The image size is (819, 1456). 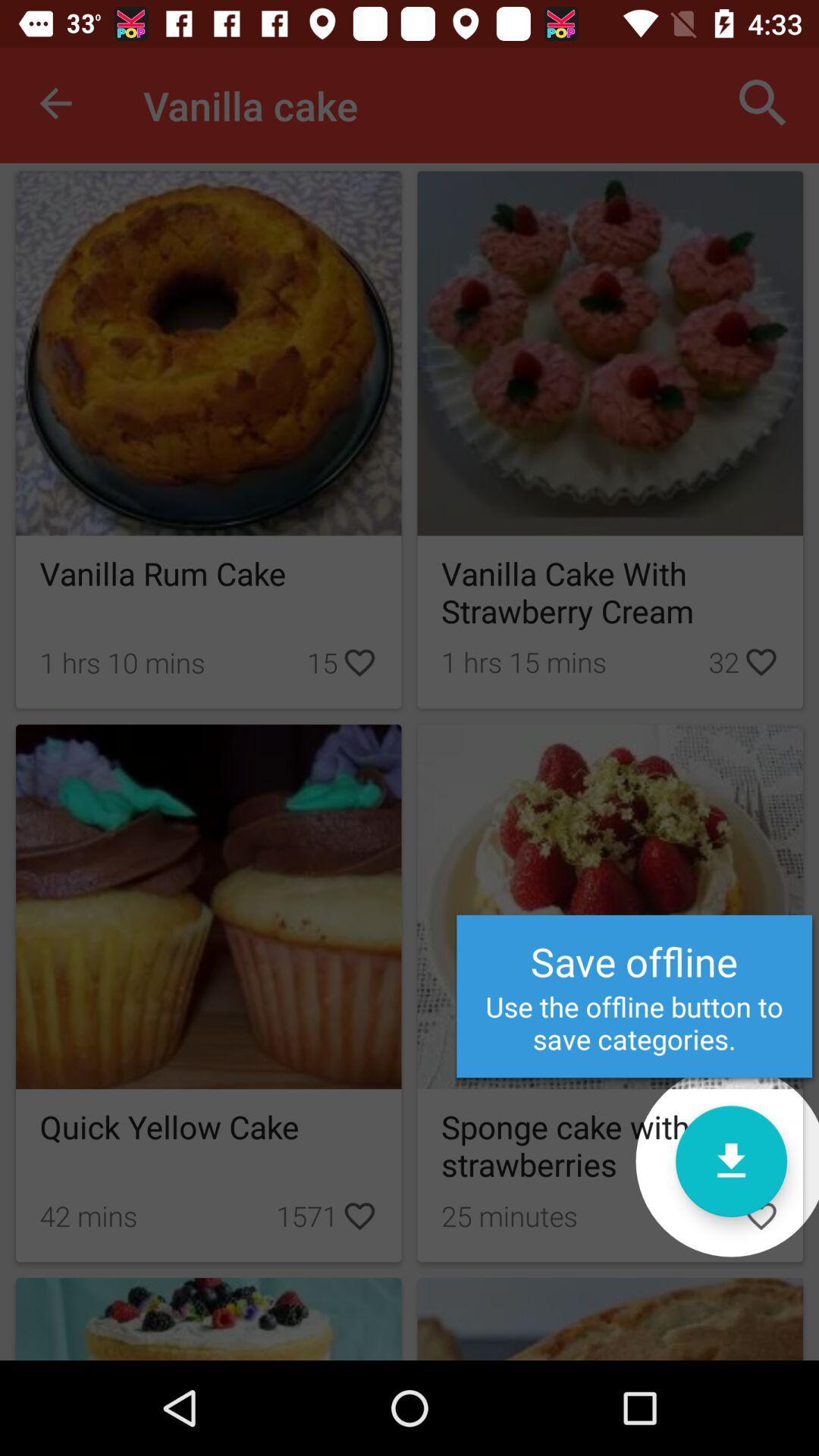 What do you see at coordinates (763, 102) in the screenshot?
I see `the item next to the vanilla cake icon` at bounding box center [763, 102].